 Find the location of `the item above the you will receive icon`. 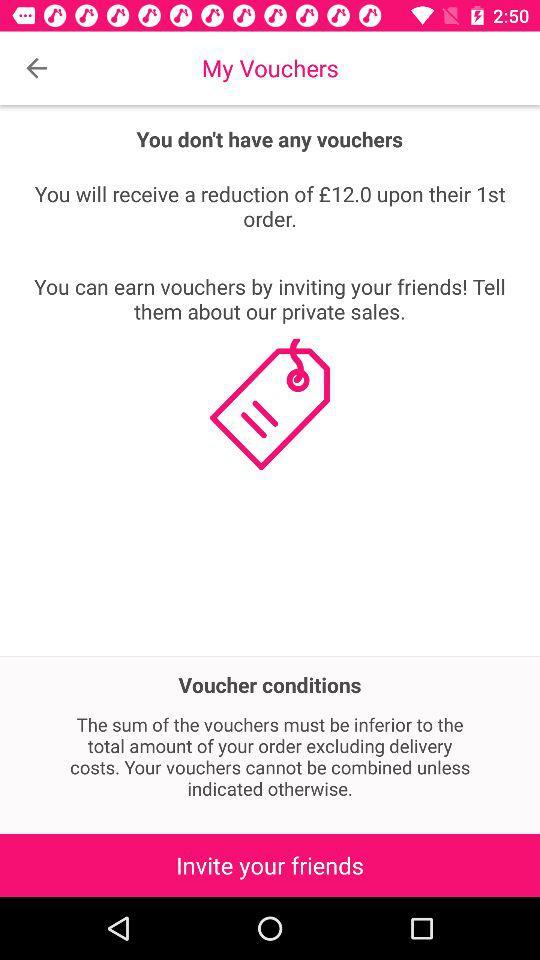

the item above the you will receive icon is located at coordinates (36, 68).